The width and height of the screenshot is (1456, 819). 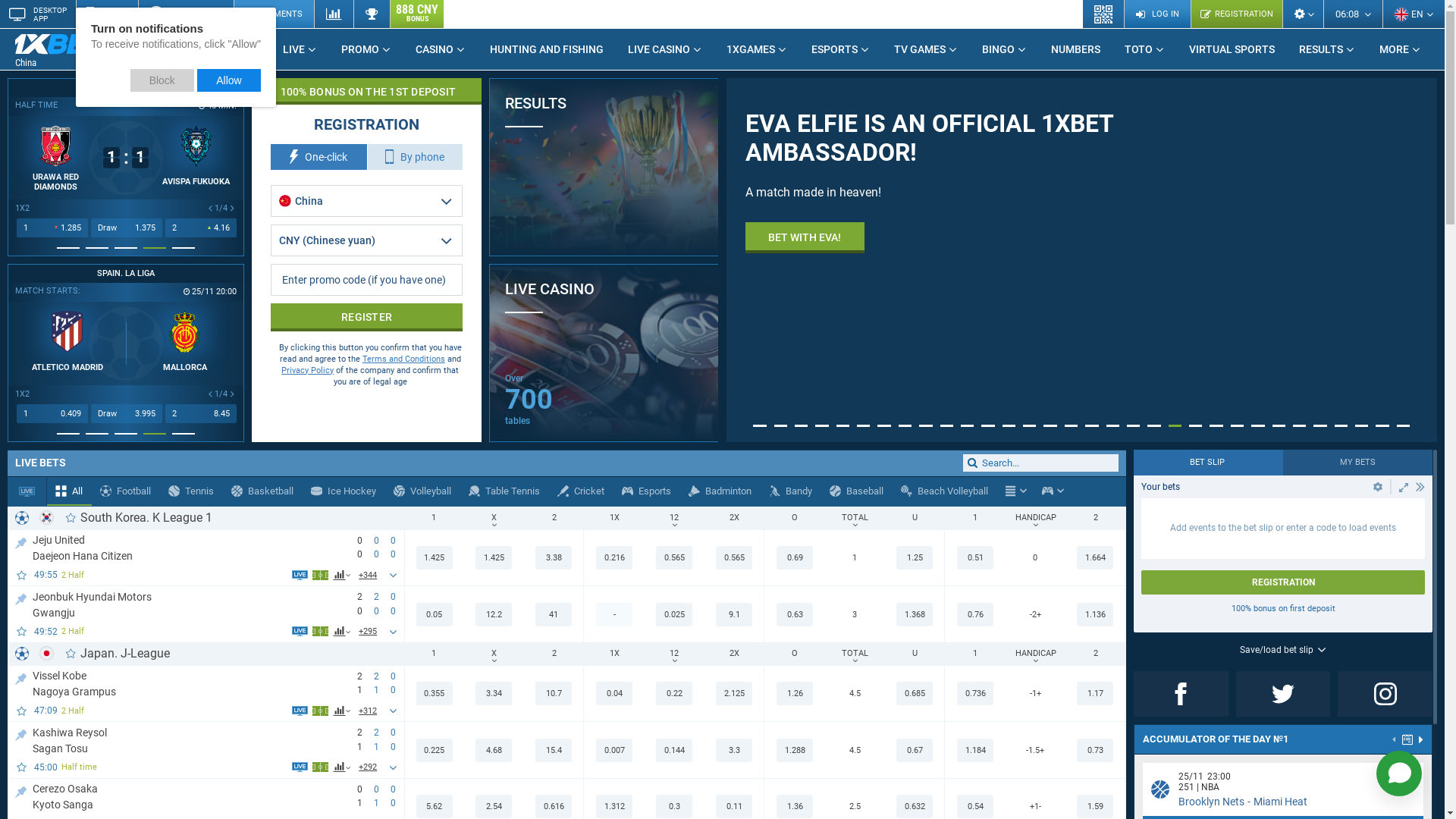 What do you see at coordinates (713, 49) in the screenshot?
I see `'1XGAMES'` at bounding box center [713, 49].